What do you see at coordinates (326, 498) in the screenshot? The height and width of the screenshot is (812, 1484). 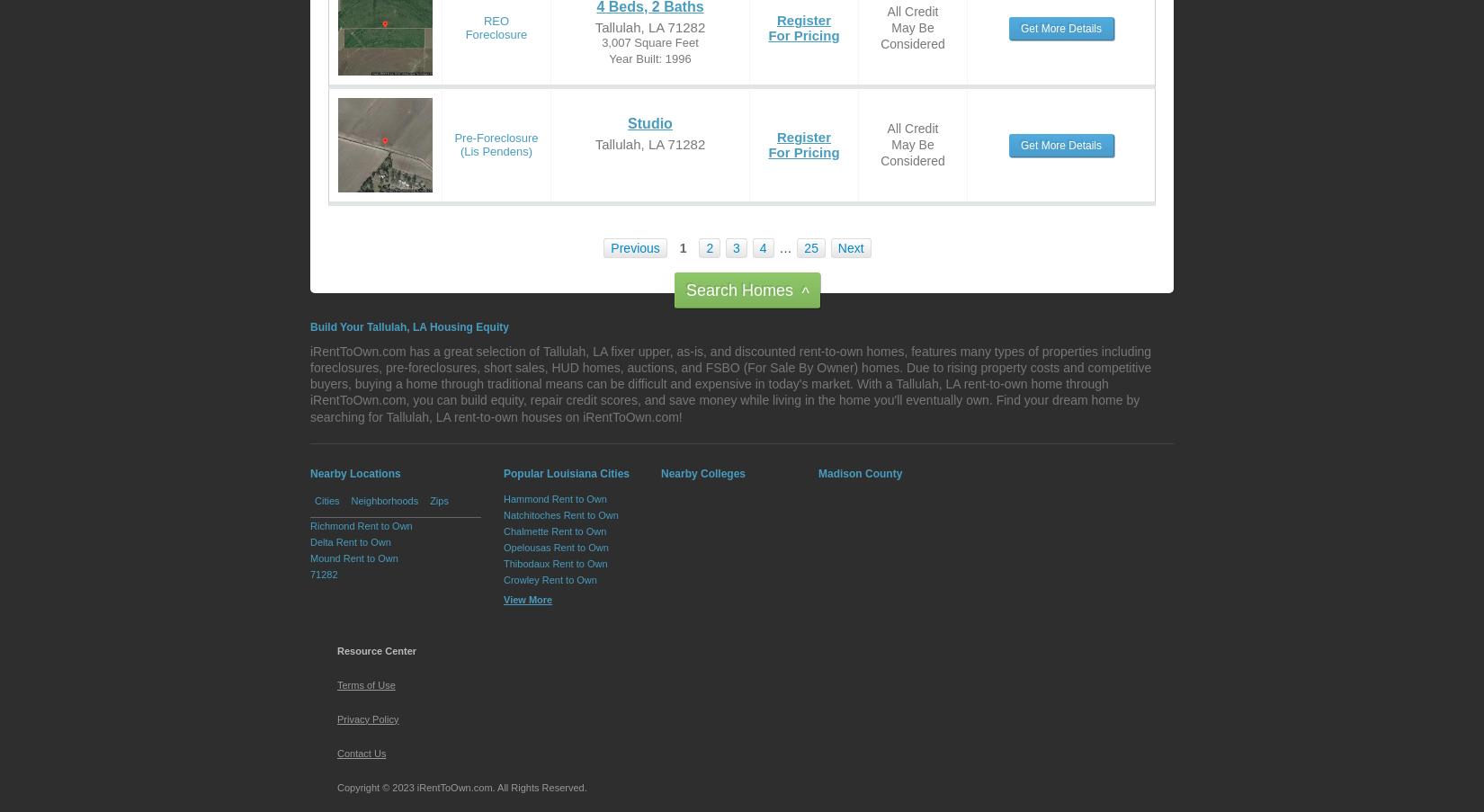 I see `'Cities'` at bounding box center [326, 498].